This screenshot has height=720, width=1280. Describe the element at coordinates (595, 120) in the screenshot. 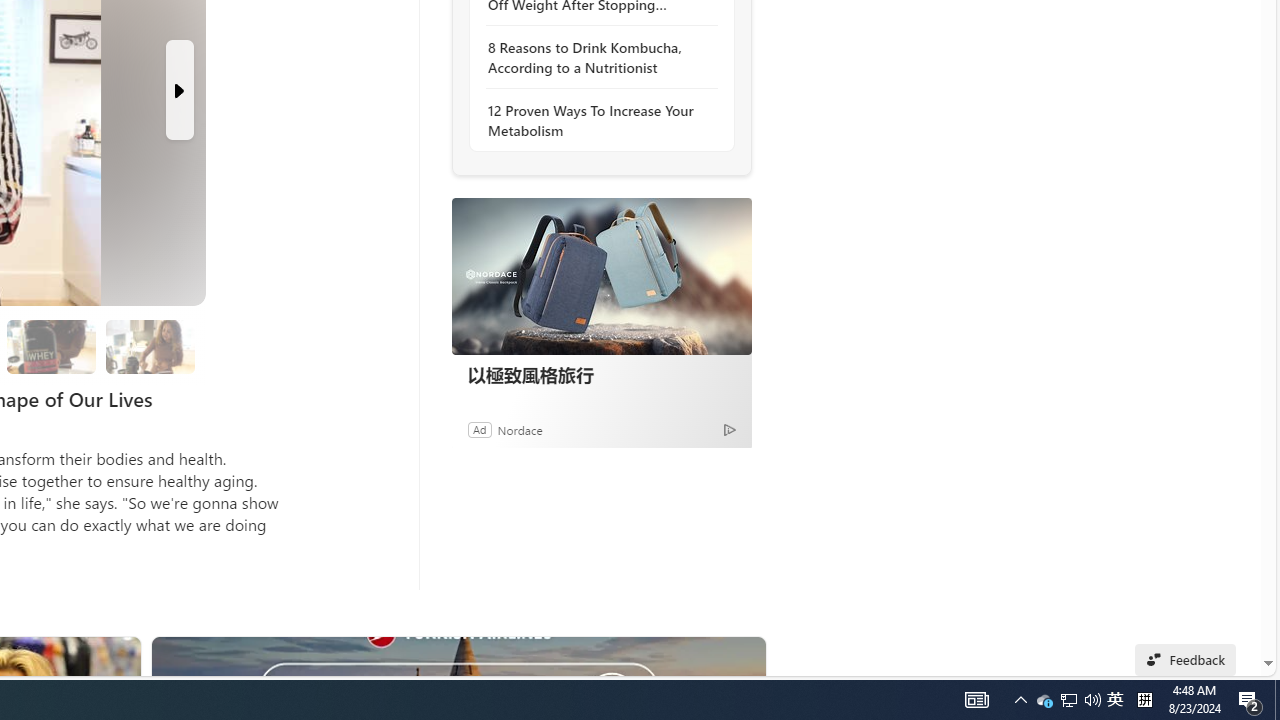

I see `'12 Proven Ways To Increase Your Metabolism'` at that location.